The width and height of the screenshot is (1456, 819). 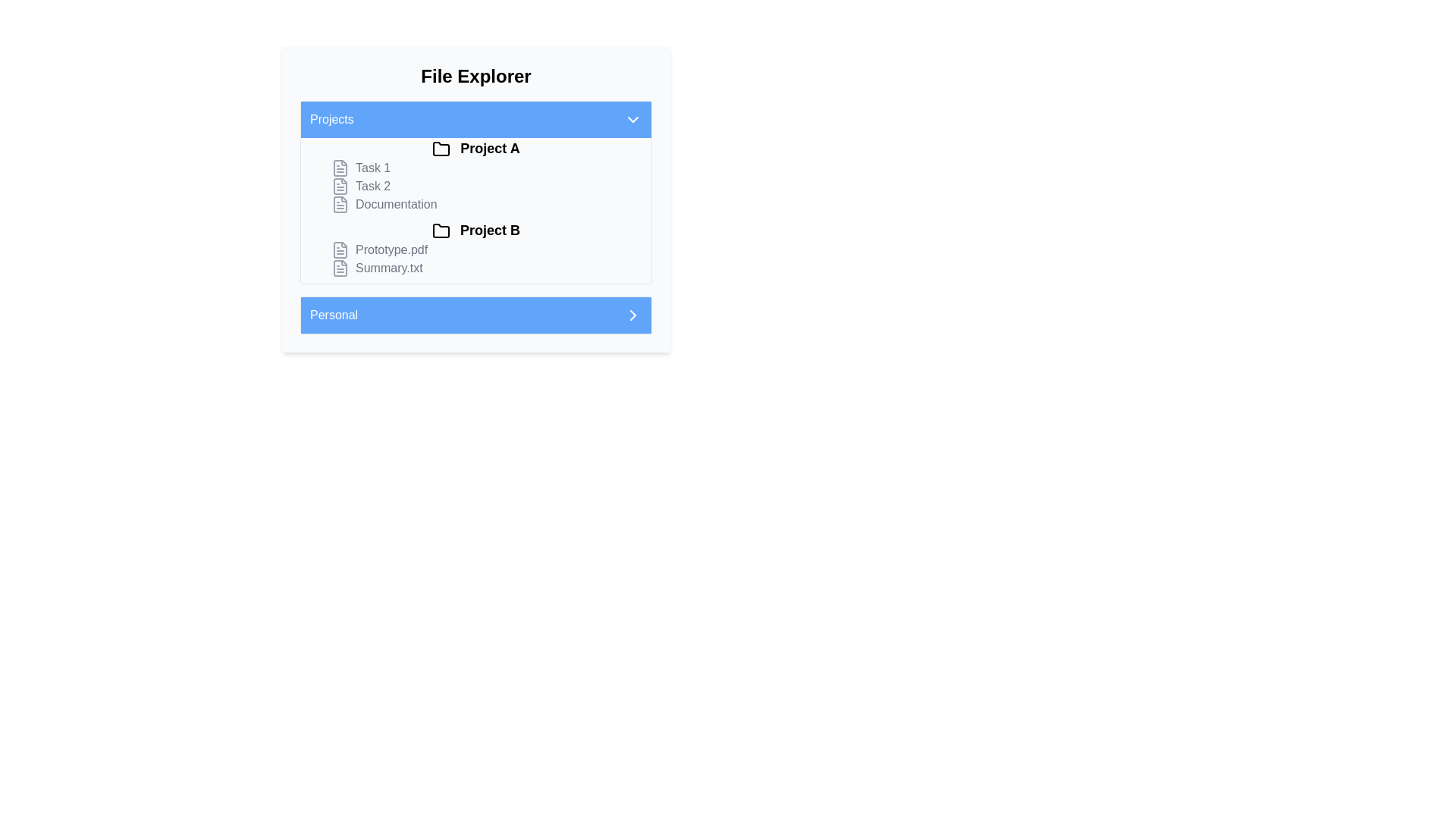 What do you see at coordinates (633, 119) in the screenshot?
I see `the Chevron toggle icon located to the far right side of the 'Projects' header section` at bounding box center [633, 119].